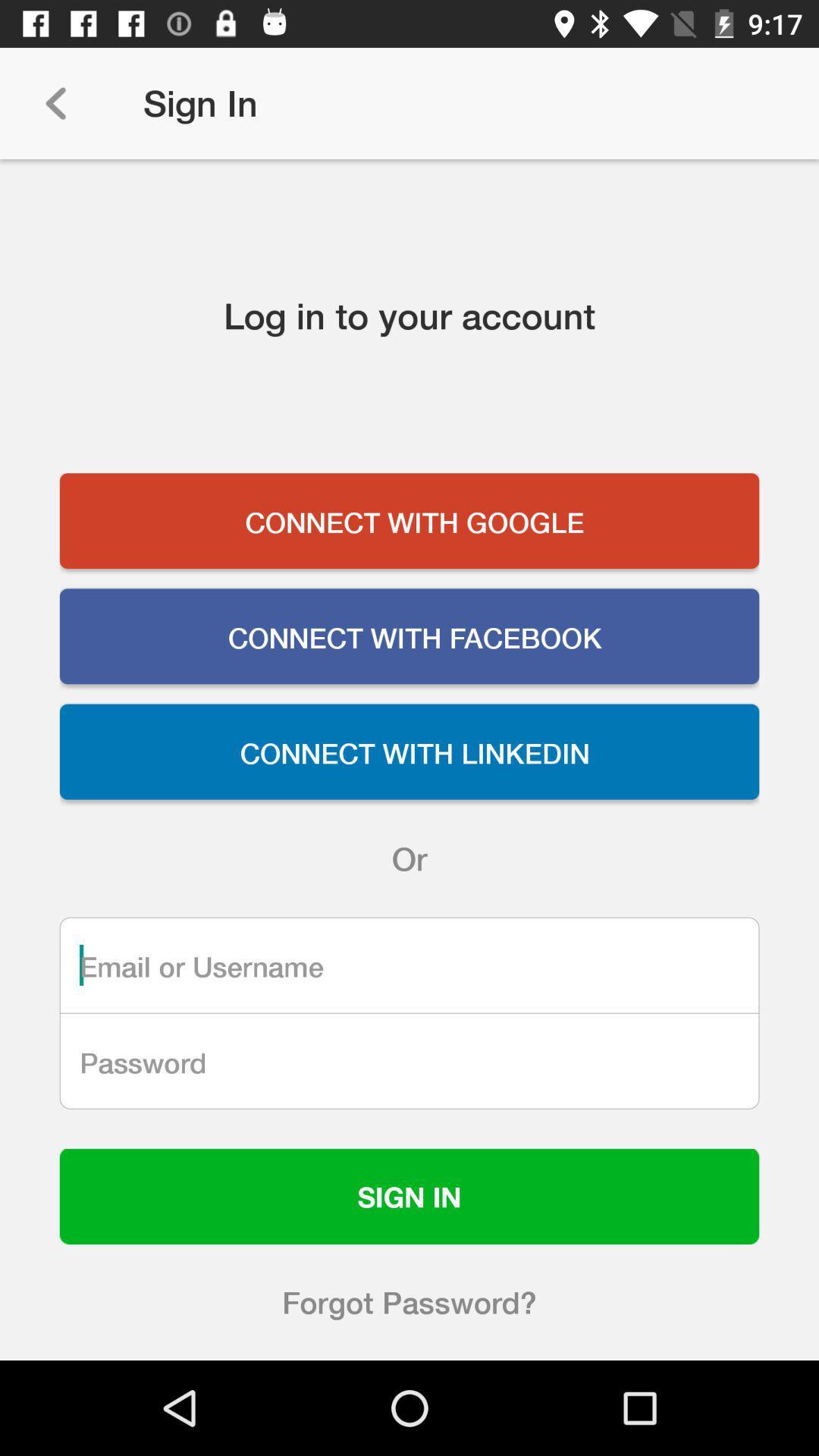 This screenshot has height=1456, width=819. What do you see at coordinates (409, 964) in the screenshot?
I see `blank for writting` at bounding box center [409, 964].